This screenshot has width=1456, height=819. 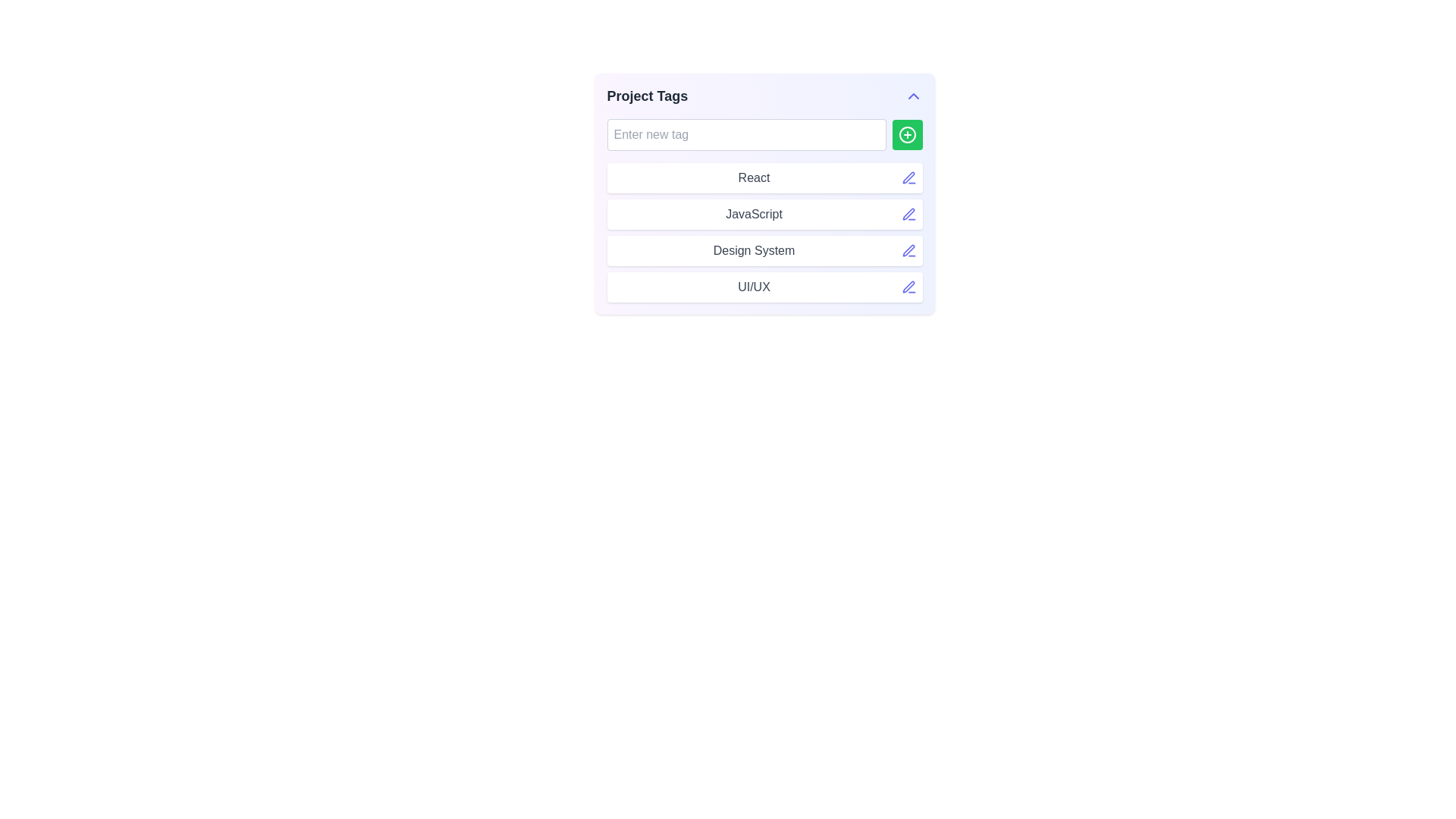 What do you see at coordinates (908, 213) in the screenshot?
I see `the edit icon located to the right of the 'JavaScript' tag to initiate editing` at bounding box center [908, 213].